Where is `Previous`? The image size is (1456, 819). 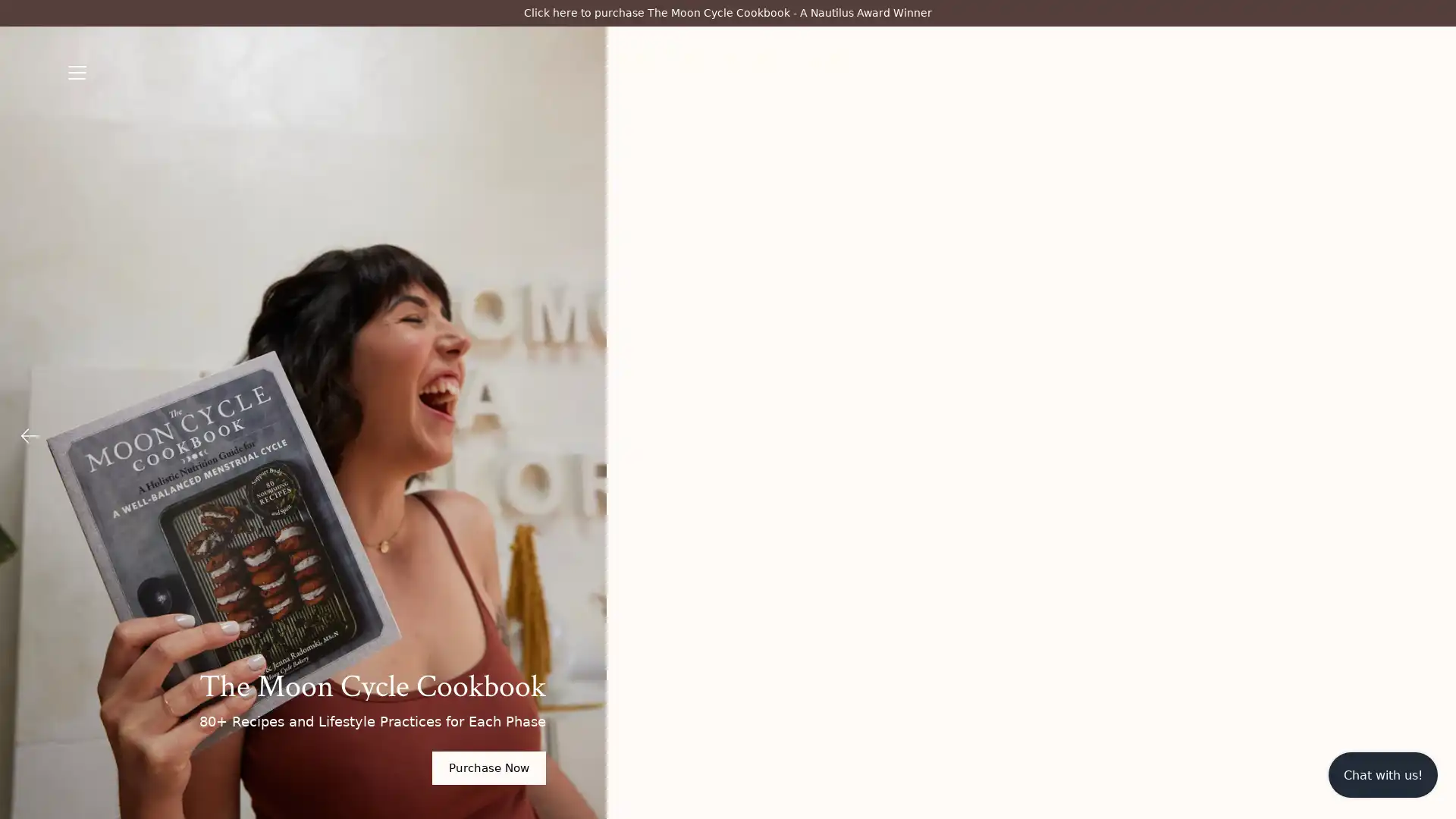 Previous is located at coordinates (30, 435).